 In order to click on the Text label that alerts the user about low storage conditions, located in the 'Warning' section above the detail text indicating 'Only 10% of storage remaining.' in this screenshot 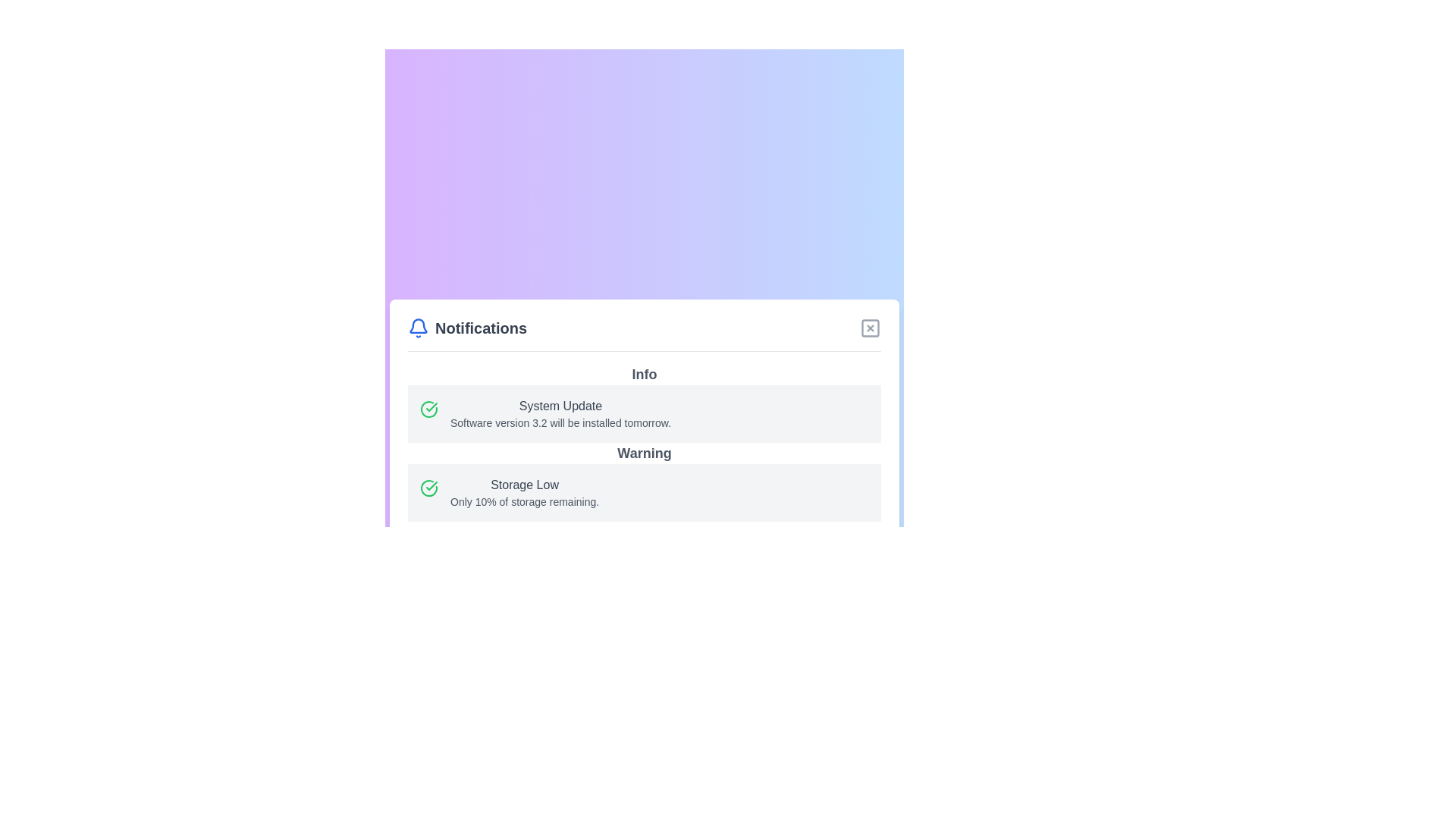, I will do `click(524, 485)`.